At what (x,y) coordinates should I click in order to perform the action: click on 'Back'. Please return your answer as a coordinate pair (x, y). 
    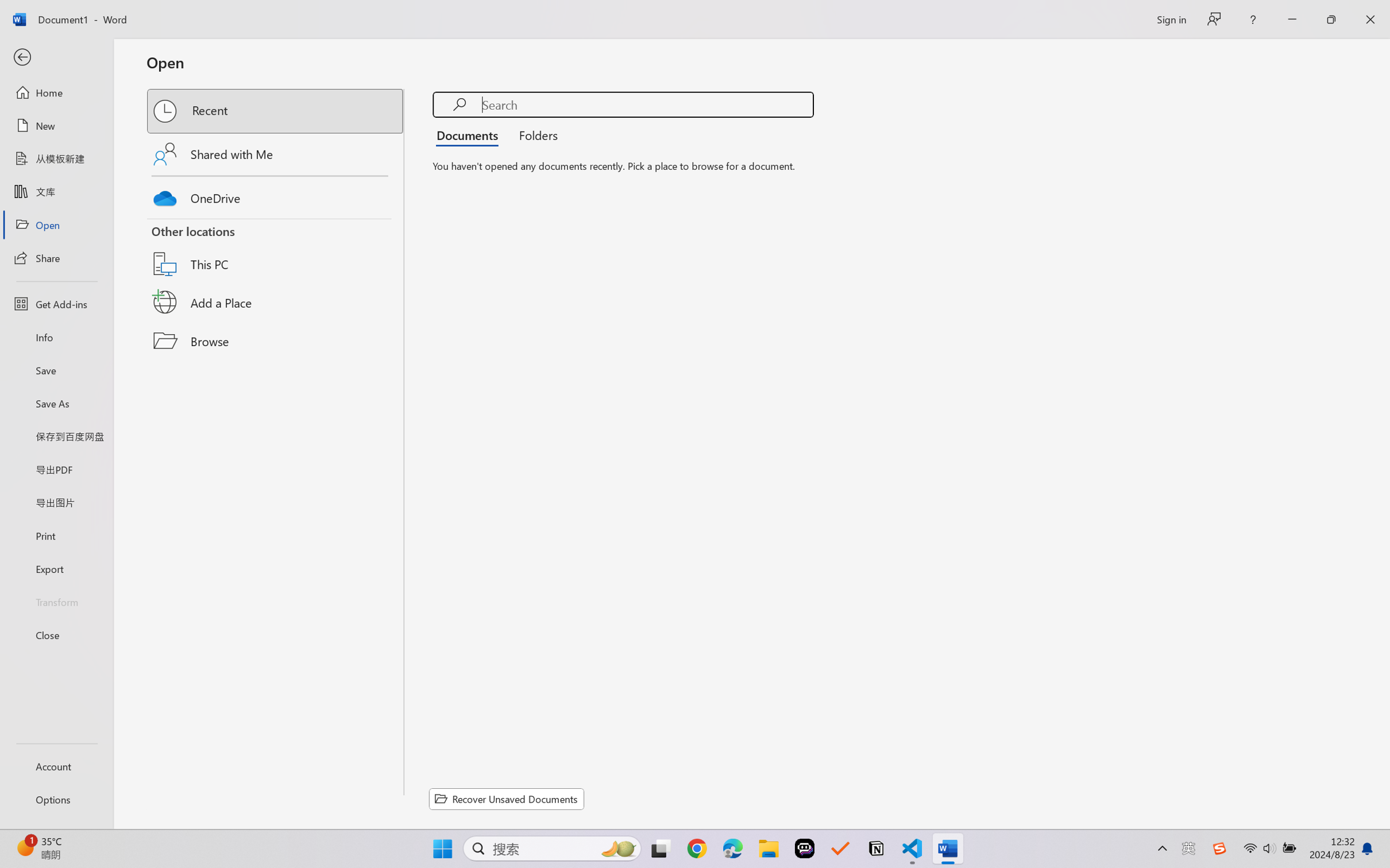
    Looking at the image, I should click on (56, 57).